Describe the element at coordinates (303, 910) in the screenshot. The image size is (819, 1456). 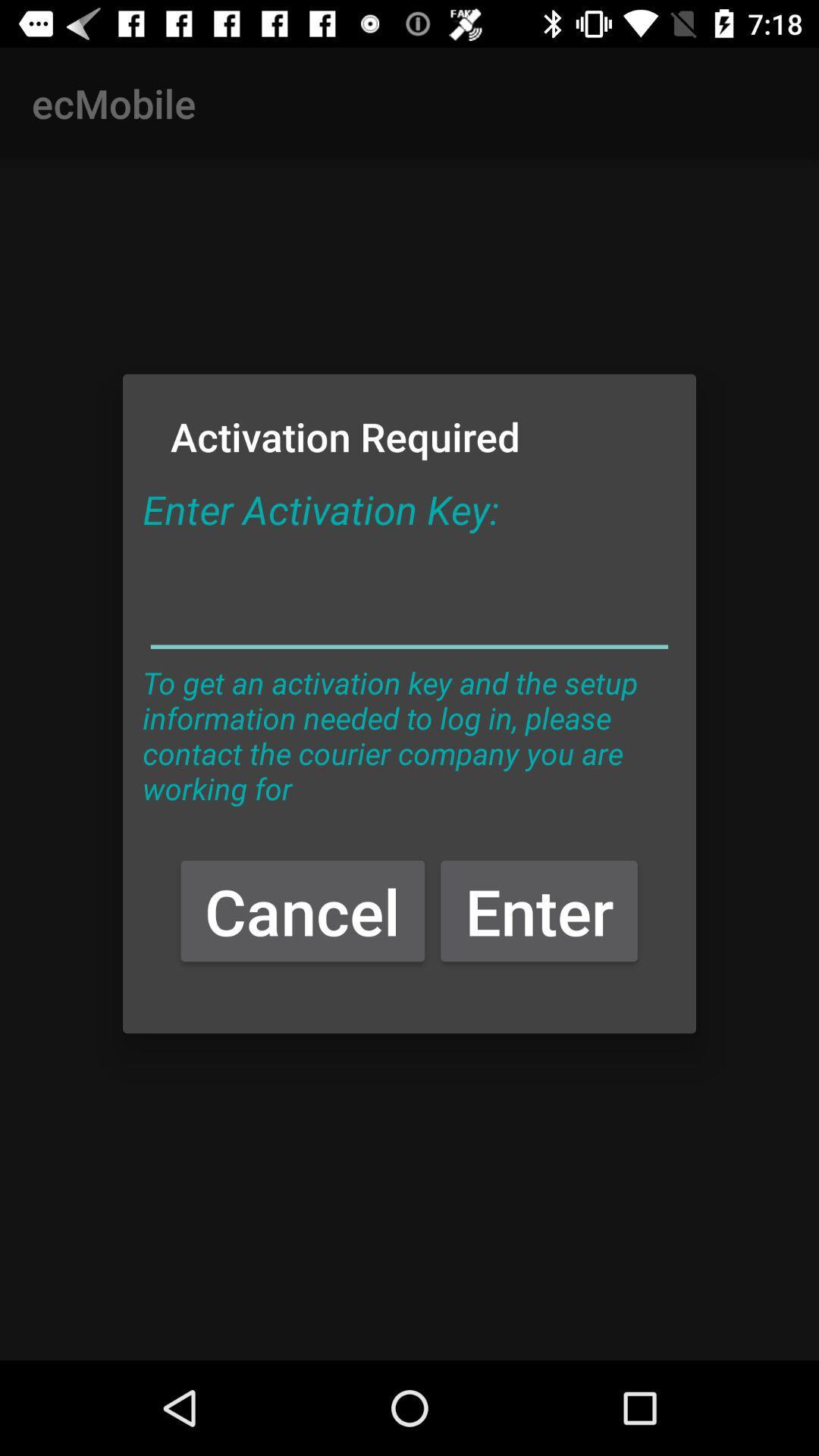
I see `the cancel` at that location.